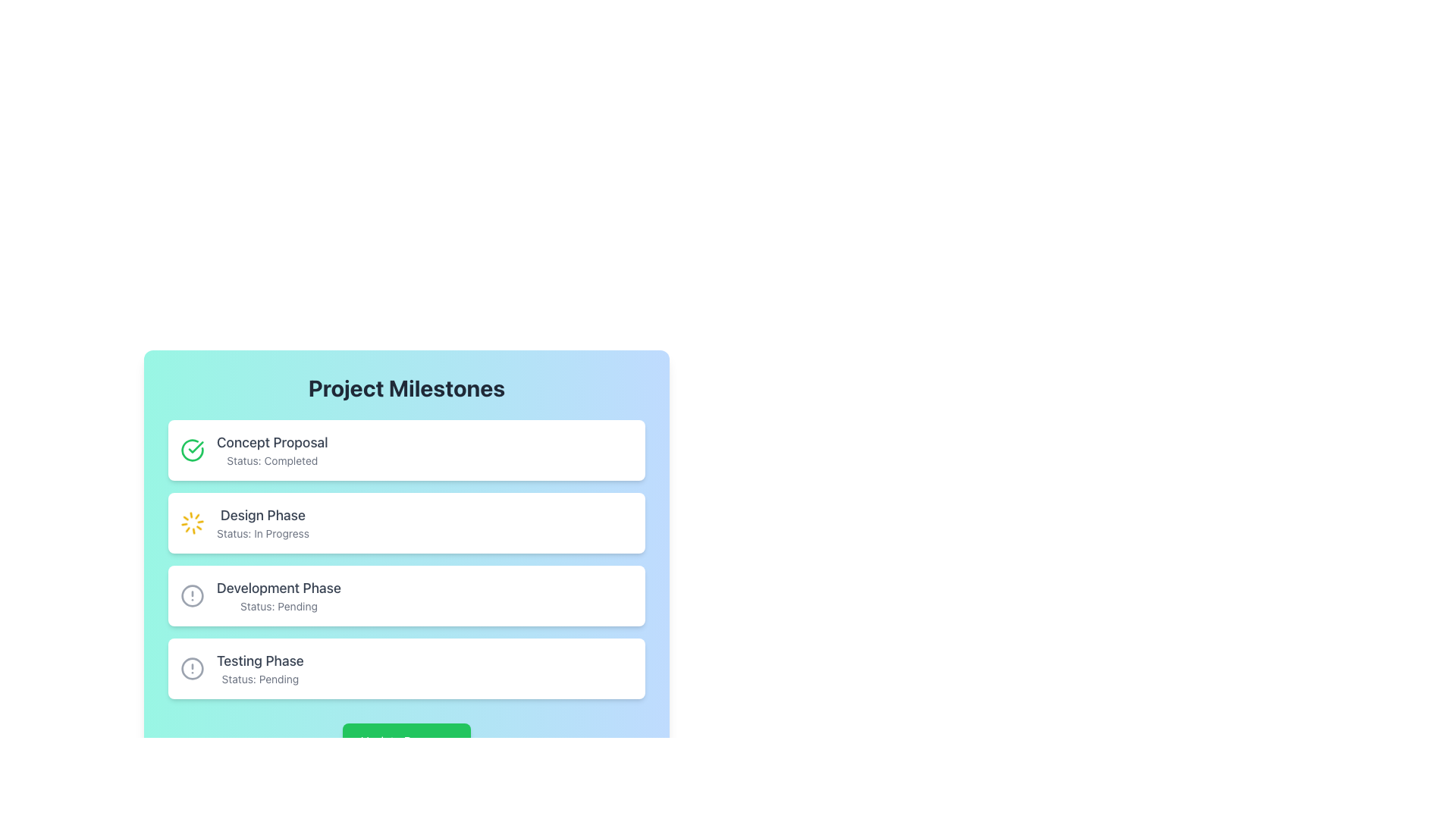  Describe the element at coordinates (279, 595) in the screenshot. I see `the text display area titled 'Development Phase' which shows the status as 'Pending'` at that location.